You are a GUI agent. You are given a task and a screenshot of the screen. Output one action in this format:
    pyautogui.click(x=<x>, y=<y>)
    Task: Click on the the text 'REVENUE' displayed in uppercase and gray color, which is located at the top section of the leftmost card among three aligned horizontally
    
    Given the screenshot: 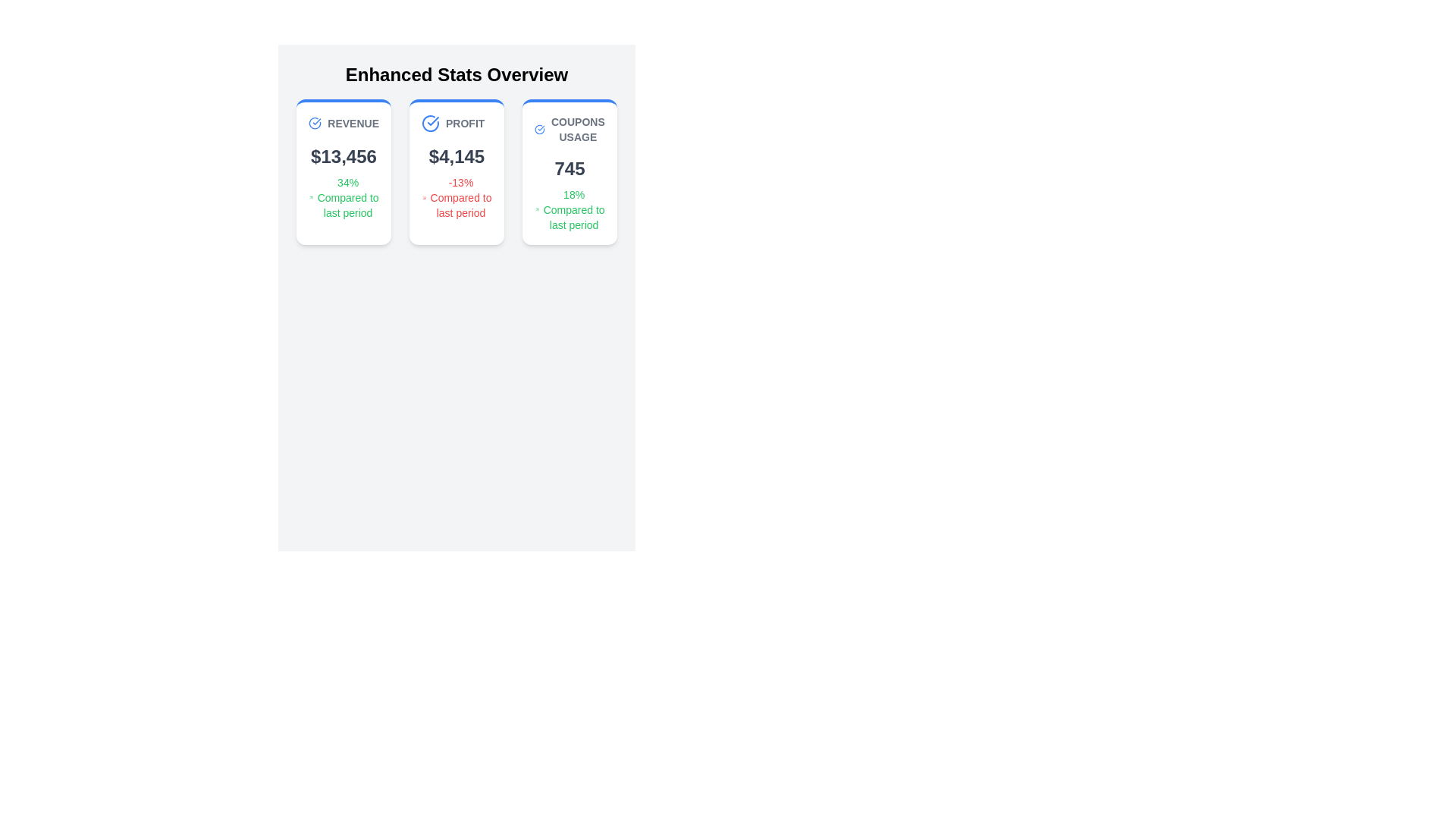 What is the action you would take?
    pyautogui.click(x=343, y=122)
    